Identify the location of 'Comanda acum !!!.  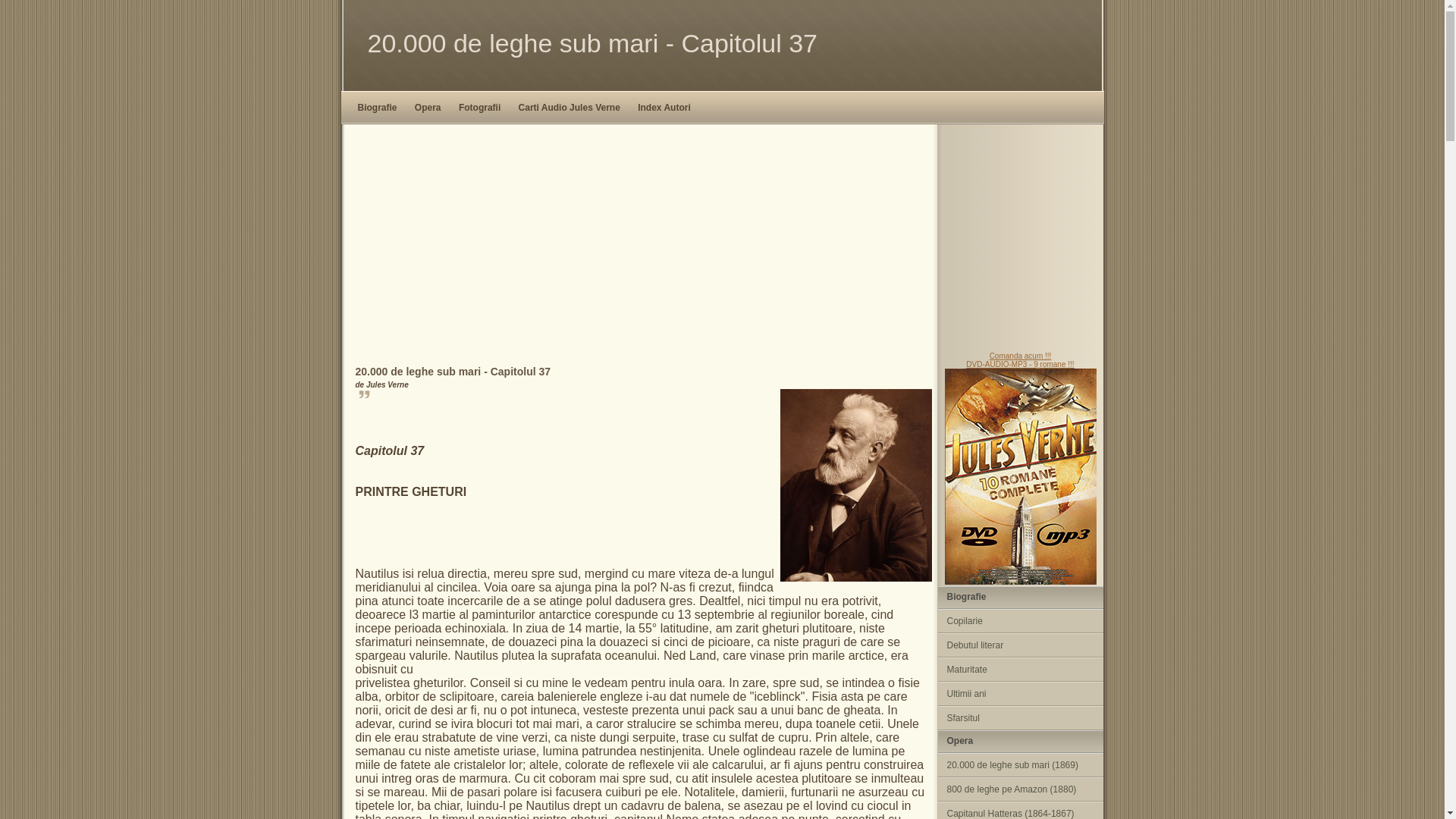
(1020, 468).